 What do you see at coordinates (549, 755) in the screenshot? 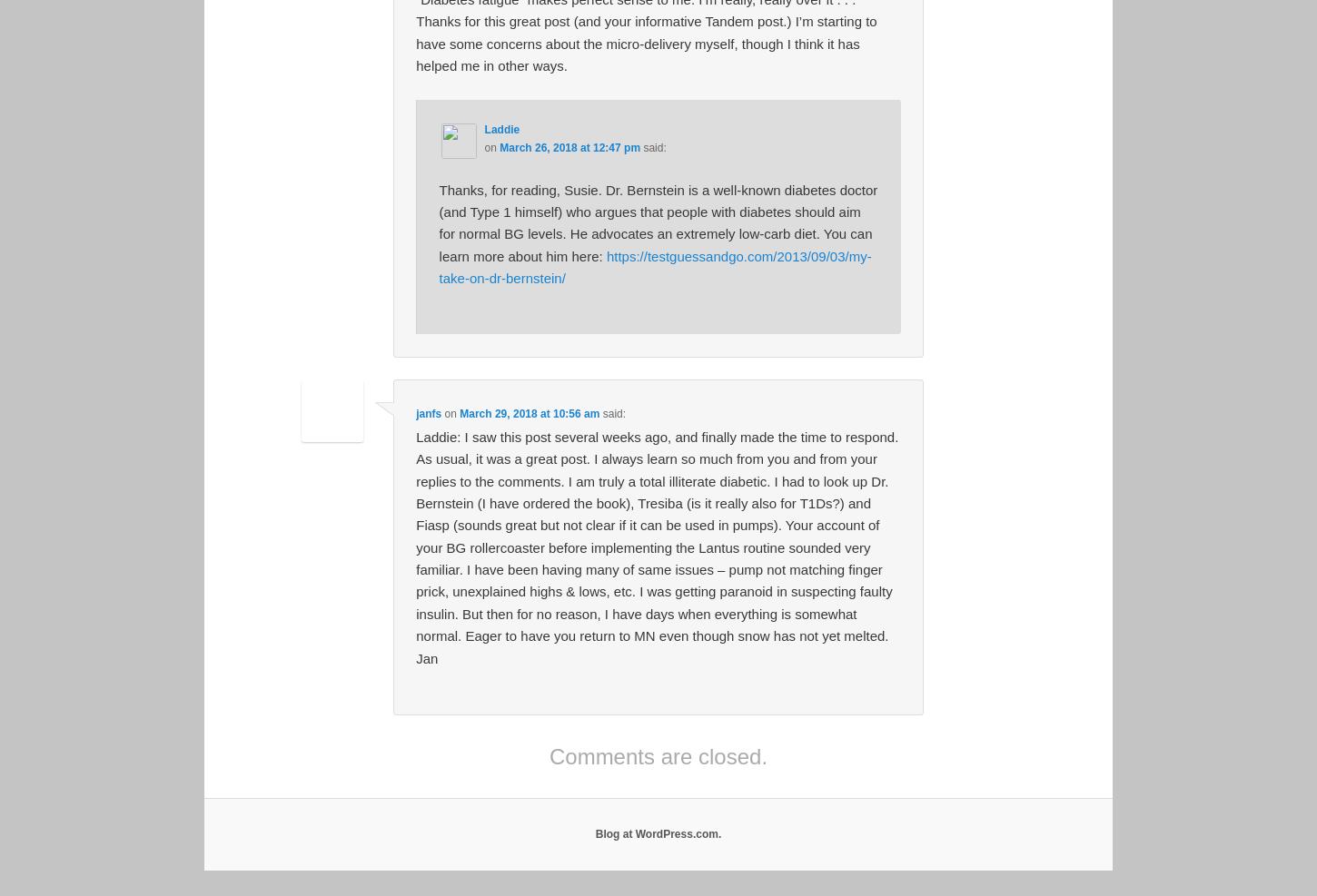
I see `'Comments are closed.'` at bounding box center [549, 755].